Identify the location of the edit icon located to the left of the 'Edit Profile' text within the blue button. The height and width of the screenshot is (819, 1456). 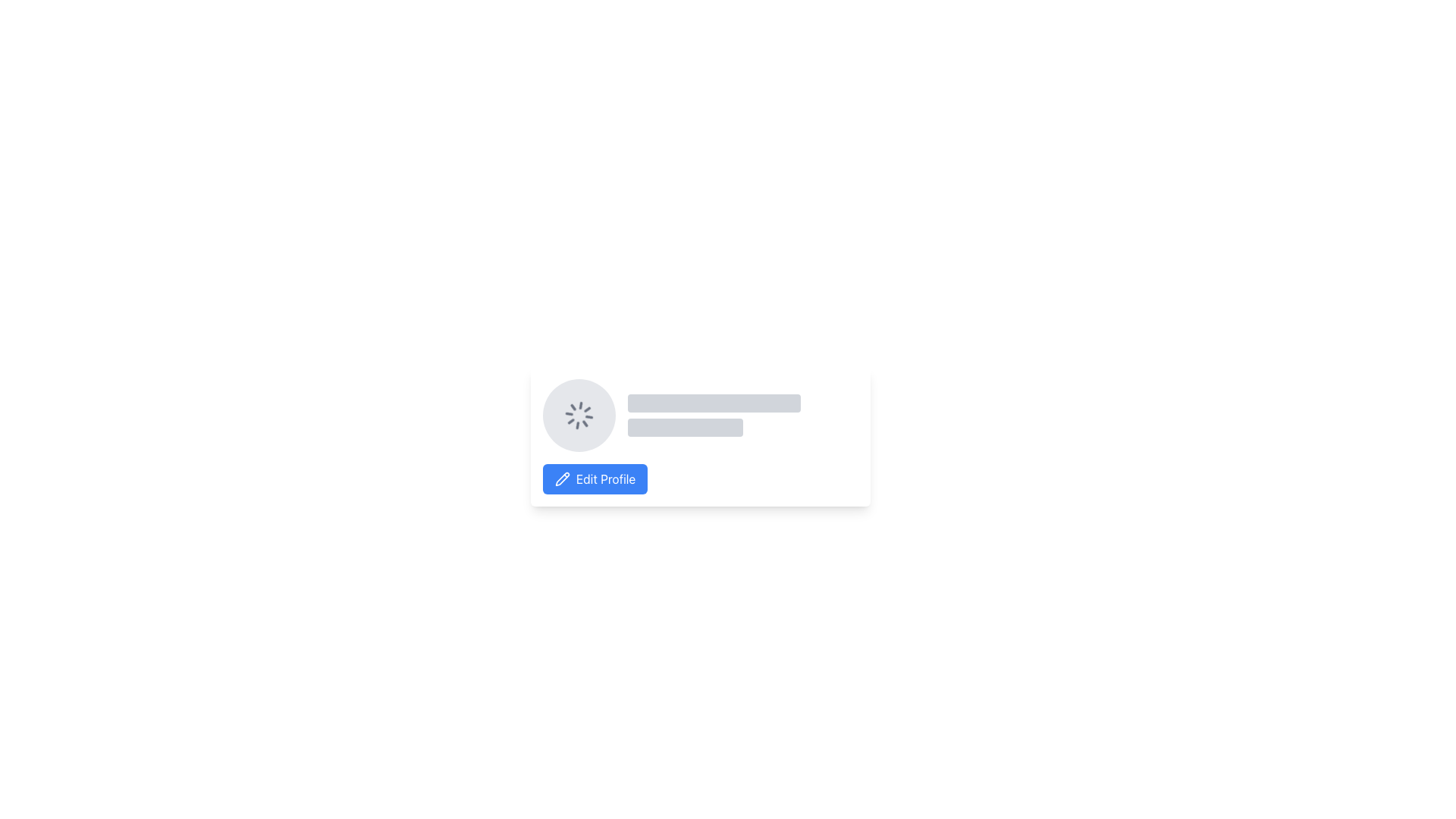
(562, 479).